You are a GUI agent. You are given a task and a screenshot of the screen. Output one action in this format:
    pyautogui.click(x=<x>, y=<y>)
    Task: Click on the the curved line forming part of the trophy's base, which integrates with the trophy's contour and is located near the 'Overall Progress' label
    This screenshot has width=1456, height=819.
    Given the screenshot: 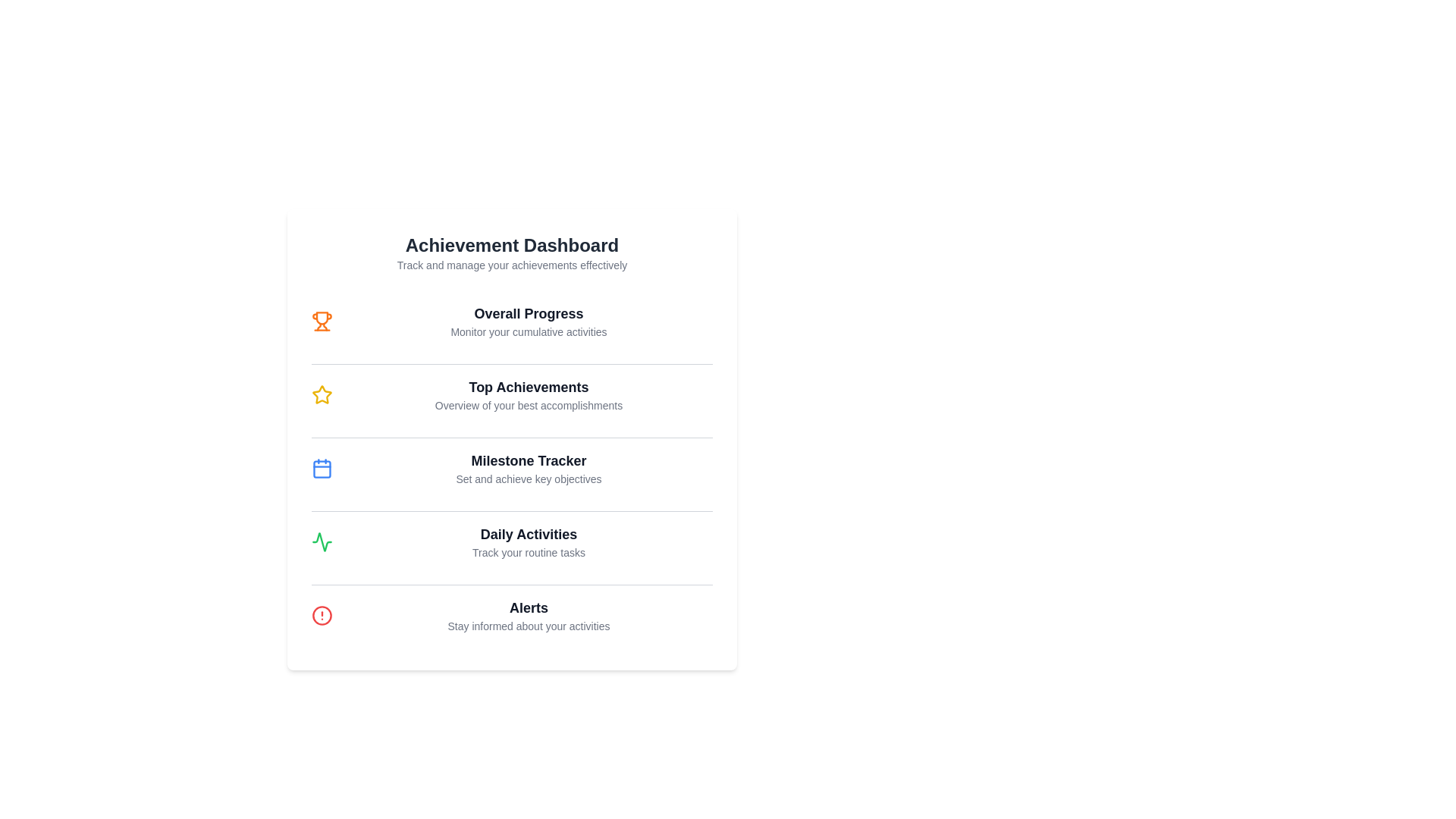 What is the action you would take?
    pyautogui.click(x=325, y=326)
    